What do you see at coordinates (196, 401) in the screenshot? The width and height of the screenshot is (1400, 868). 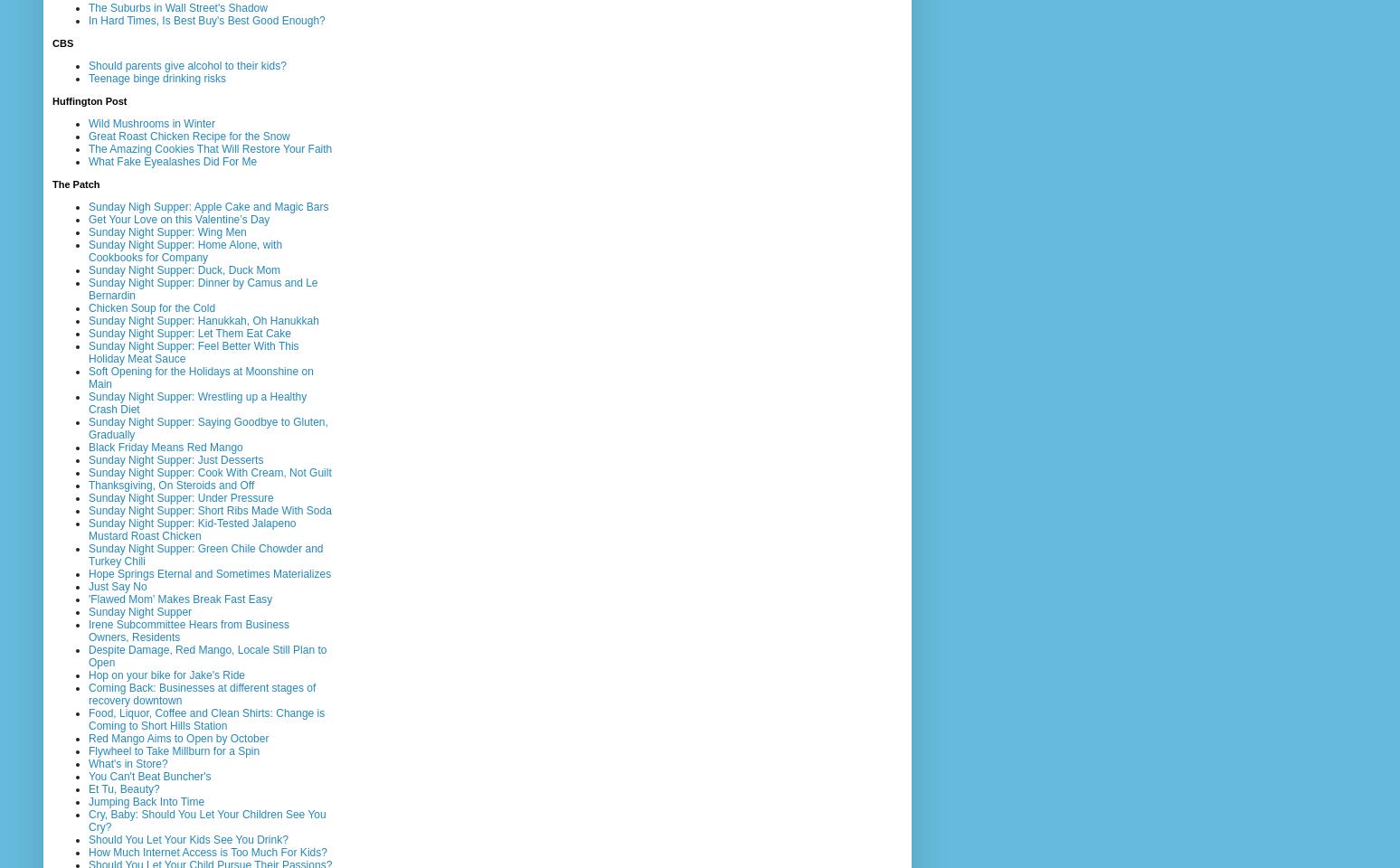 I see `'Sunday Night Supper: Wrestling up a Healthy Crash Diet'` at bounding box center [196, 401].